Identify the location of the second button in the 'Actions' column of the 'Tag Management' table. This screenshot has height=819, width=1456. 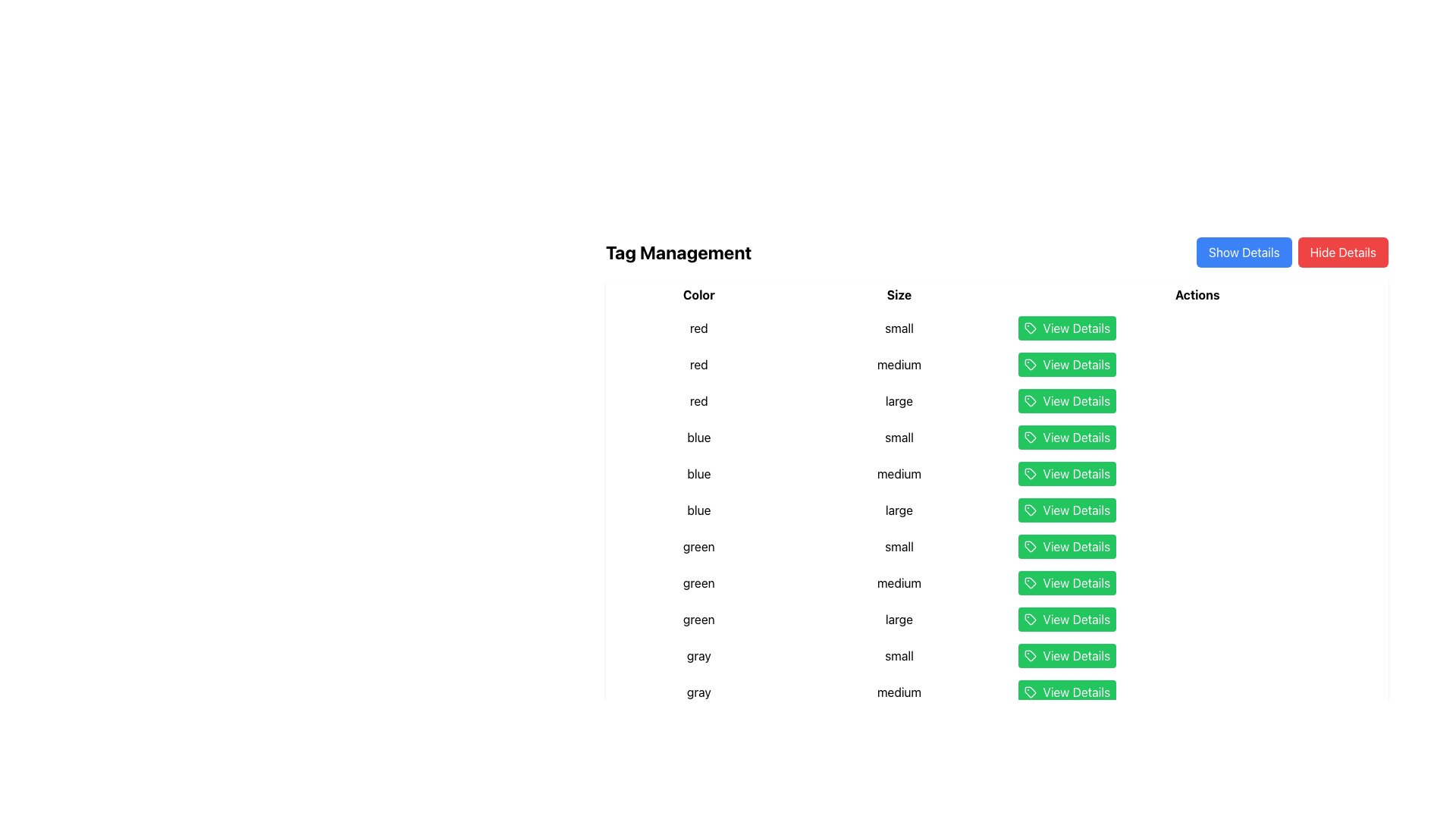
(1066, 365).